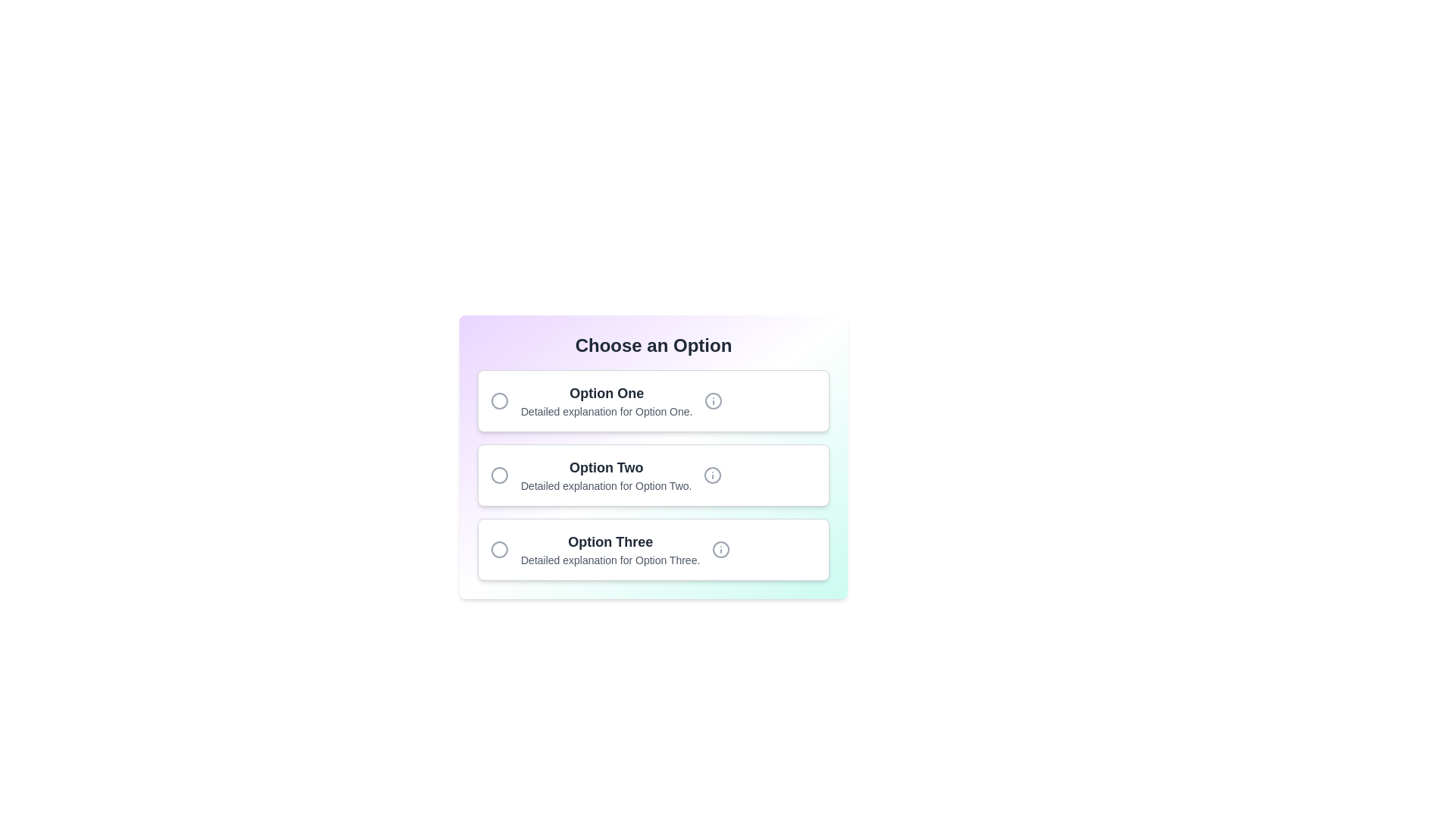  What do you see at coordinates (499, 400) in the screenshot?
I see `the Circular icon element associated with 'Option One' for keyboard interactions` at bounding box center [499, 400].